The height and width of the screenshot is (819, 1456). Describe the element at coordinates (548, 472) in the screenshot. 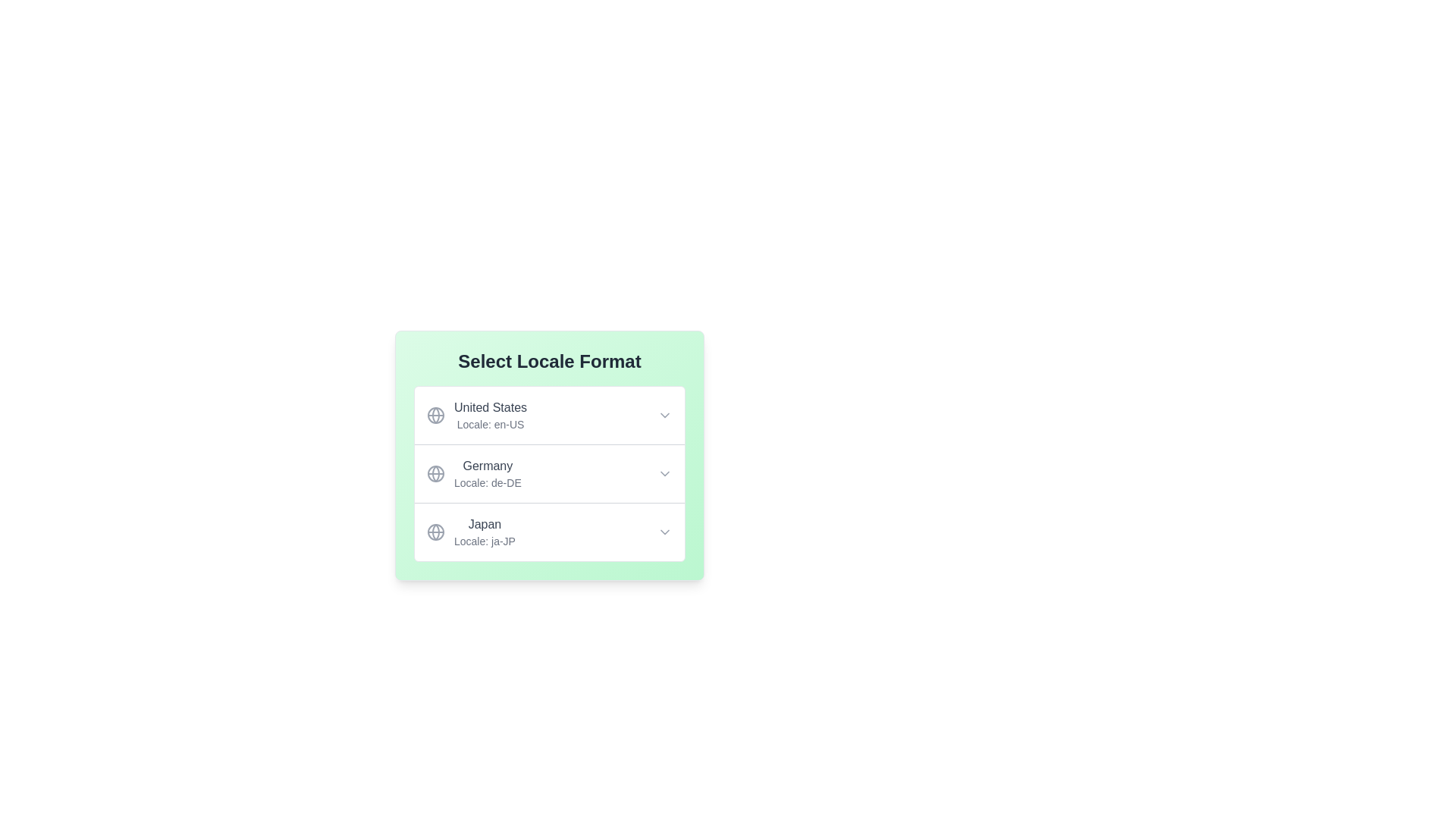

I see `the second list item in a vertically stacked list that allows users to select or view details about the locale for Germany` at that location.